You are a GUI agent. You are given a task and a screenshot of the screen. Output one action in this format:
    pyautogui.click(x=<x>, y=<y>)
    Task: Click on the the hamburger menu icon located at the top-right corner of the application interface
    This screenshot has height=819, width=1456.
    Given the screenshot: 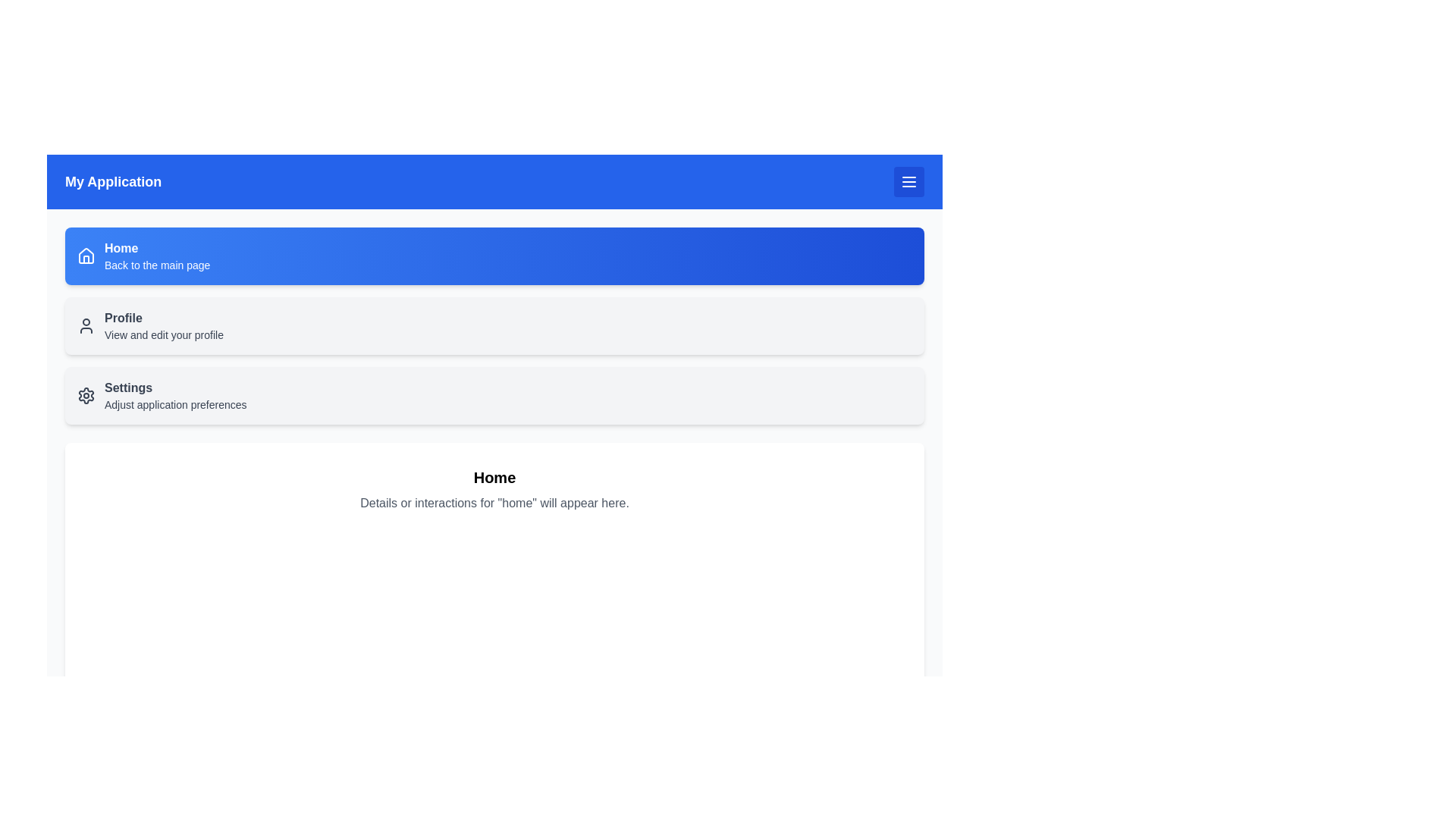 What is the action you would take?
    pyautogui.click(x=909, y=180)
    